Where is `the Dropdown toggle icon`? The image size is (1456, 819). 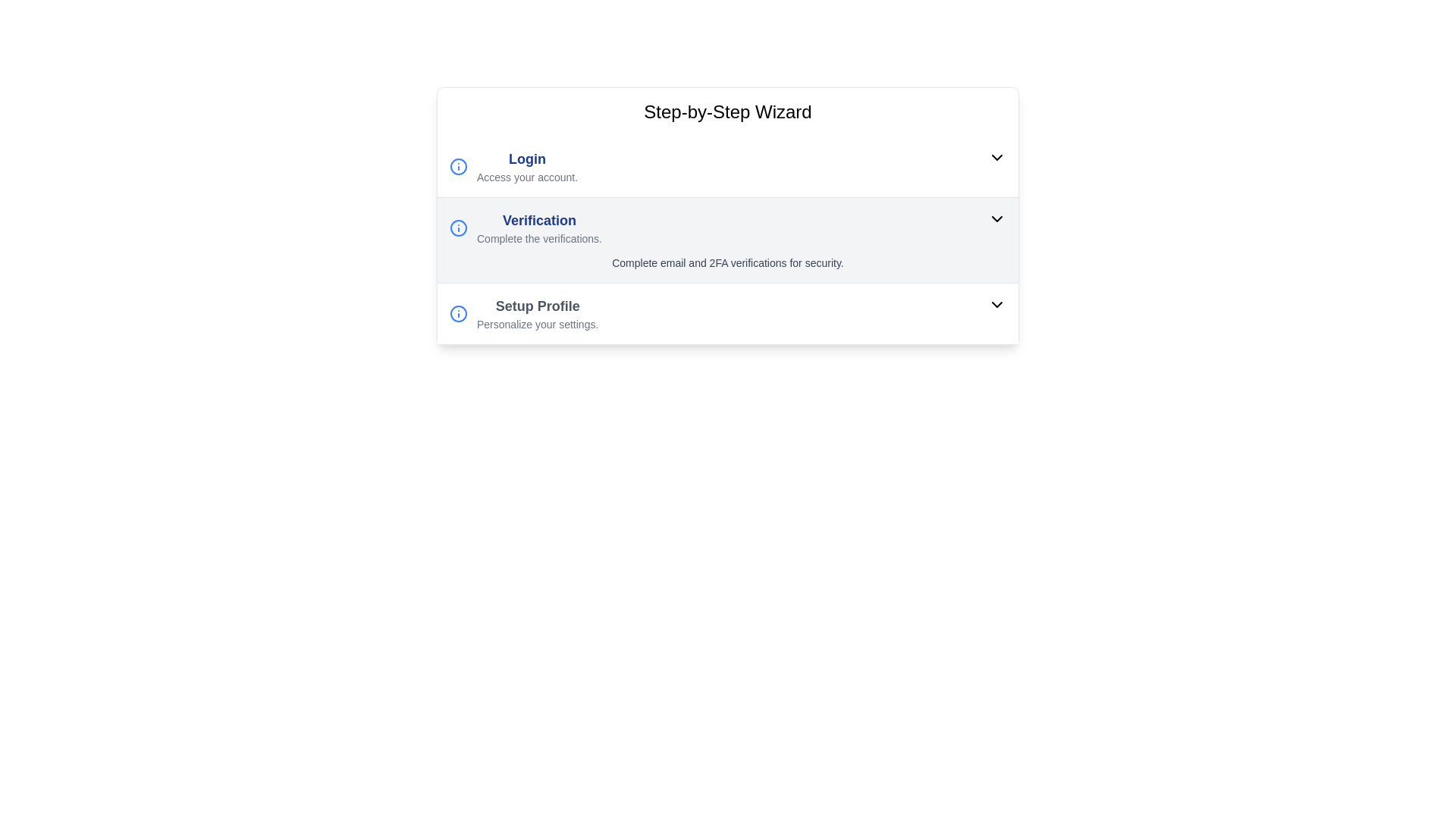
the Dropdown toggle icon is located at coordinates (997, 304).